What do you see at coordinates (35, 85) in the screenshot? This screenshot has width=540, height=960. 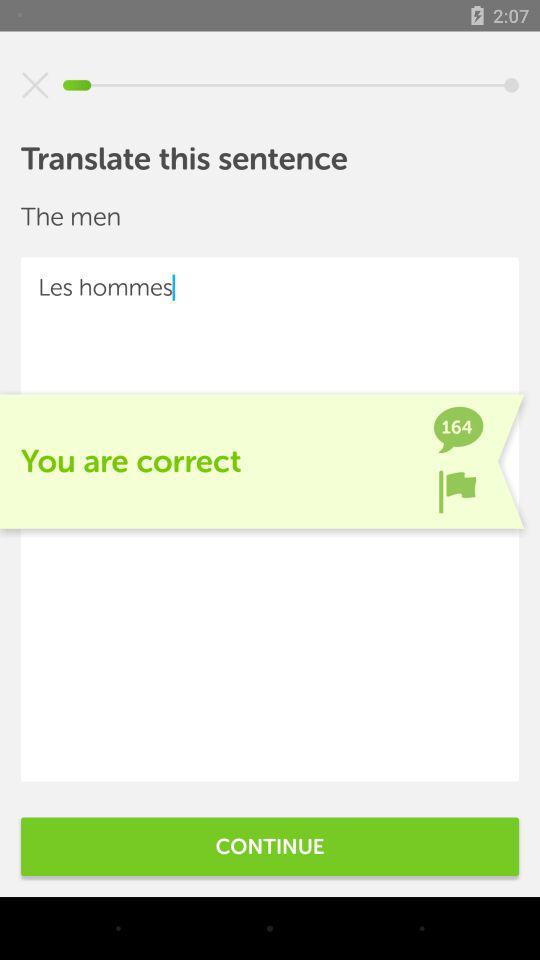 I see `the star icon` at bounding box center [35, 85].